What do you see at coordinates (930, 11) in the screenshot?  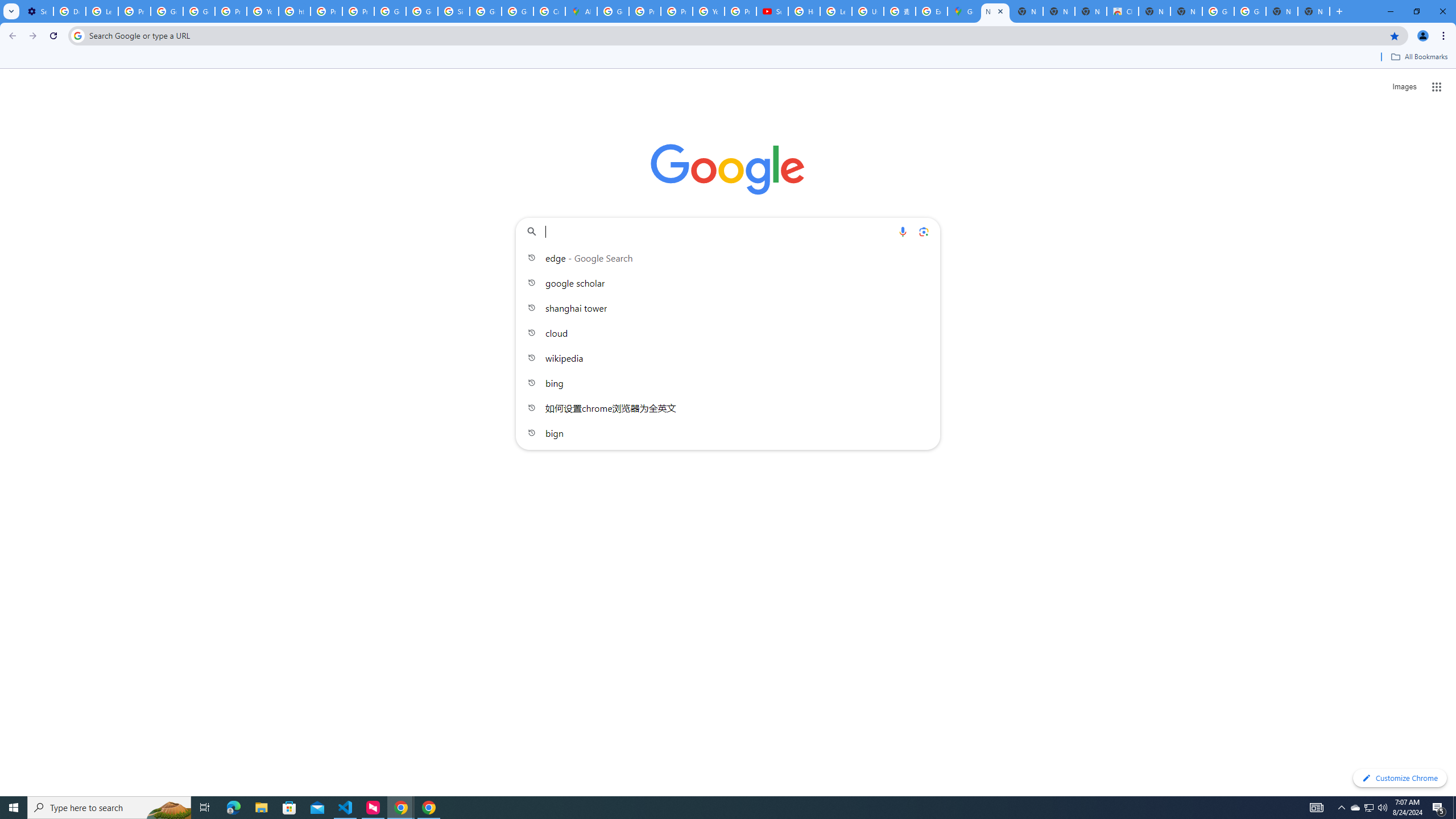 I see `'Explore new street-level details - Google Maps Help'` at bounding box center [930, 11].